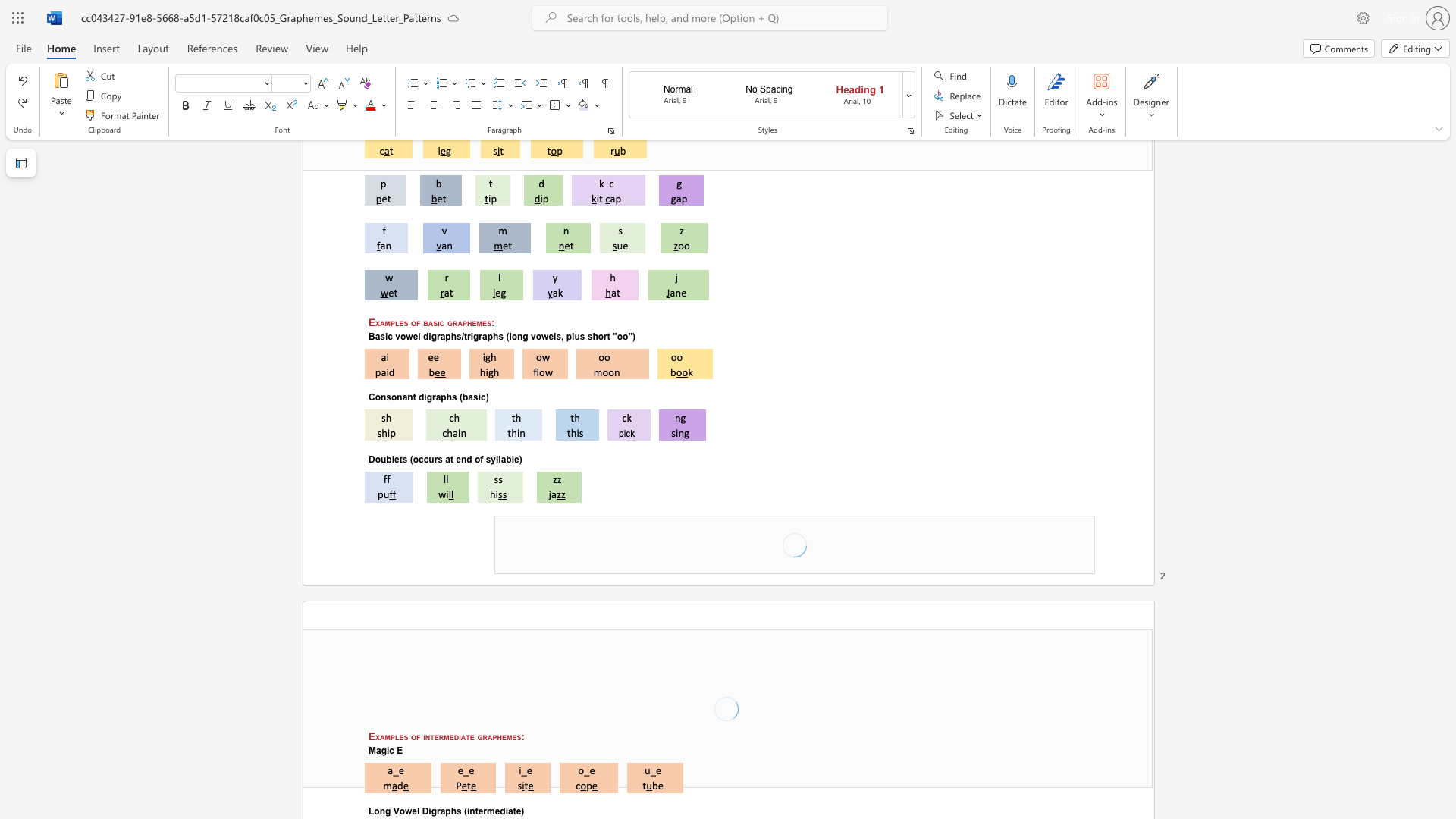  I want to click on the space between the continuous character "i" and "a" in the text, so click(460, 736).